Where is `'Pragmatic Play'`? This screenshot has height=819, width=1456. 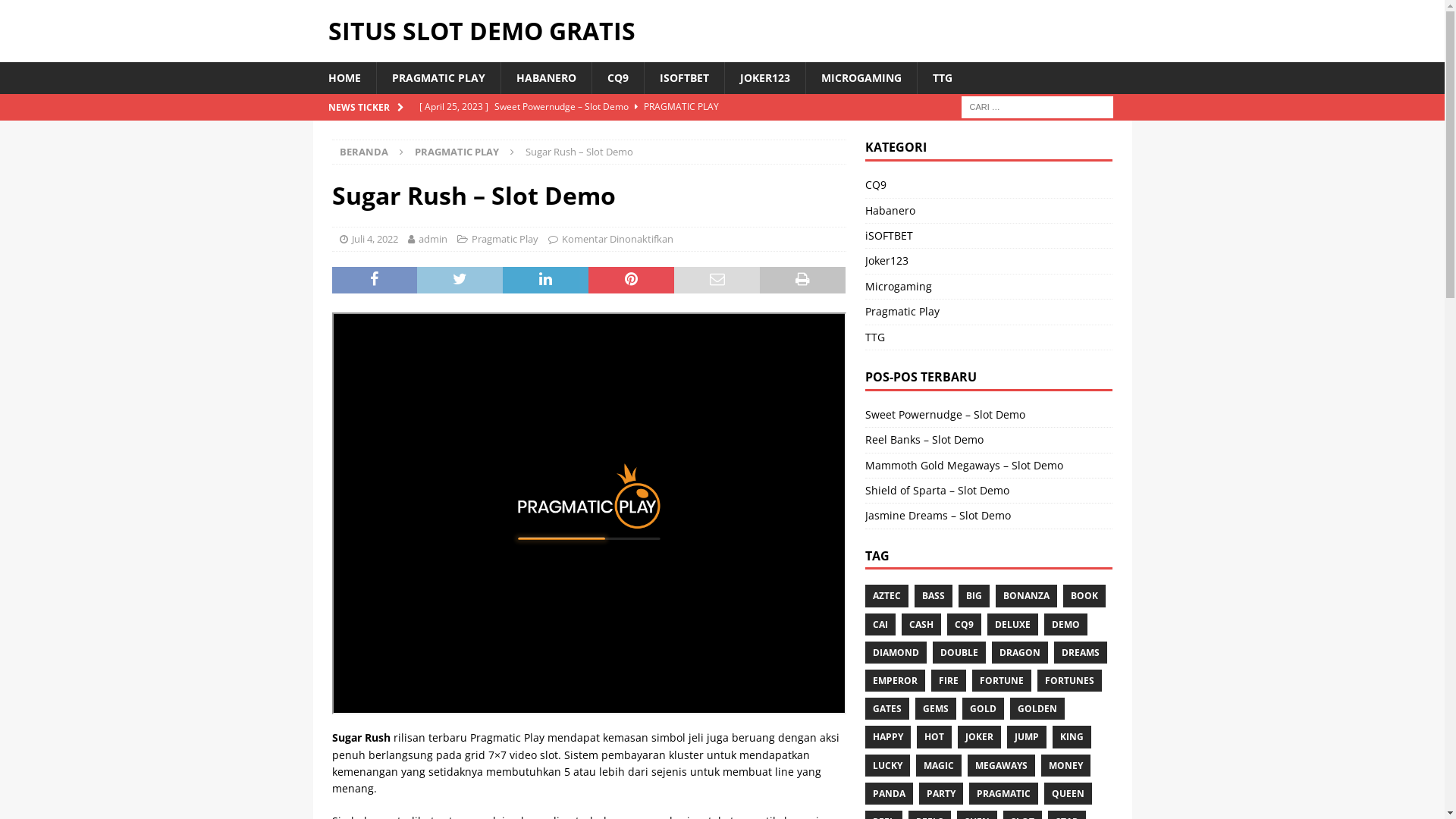 'Pragmatic Play' is located at coordinates (471, 239).